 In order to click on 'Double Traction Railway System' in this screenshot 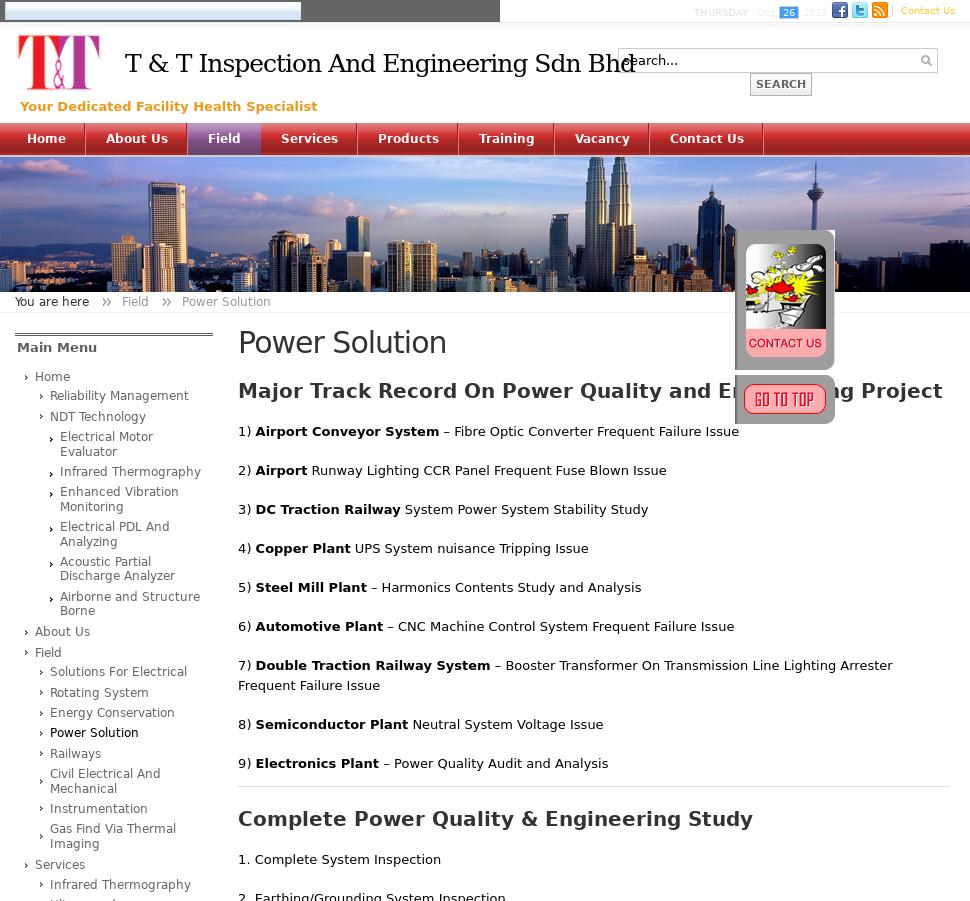, I will do `click(371, 665)`.